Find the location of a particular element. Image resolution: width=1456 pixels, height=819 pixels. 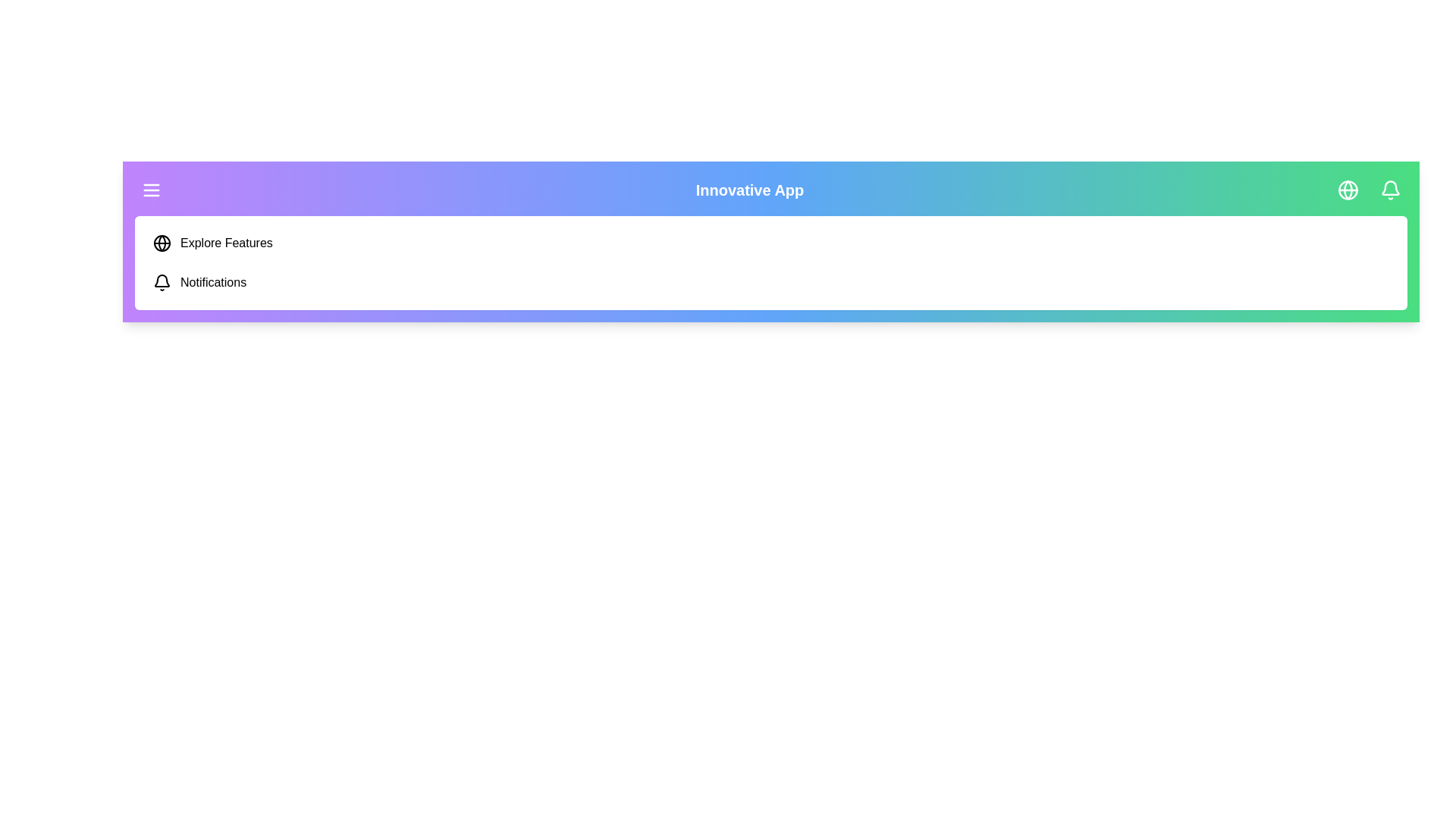

the menu_button to observe its hover effect is located at coordinates (152, 189).